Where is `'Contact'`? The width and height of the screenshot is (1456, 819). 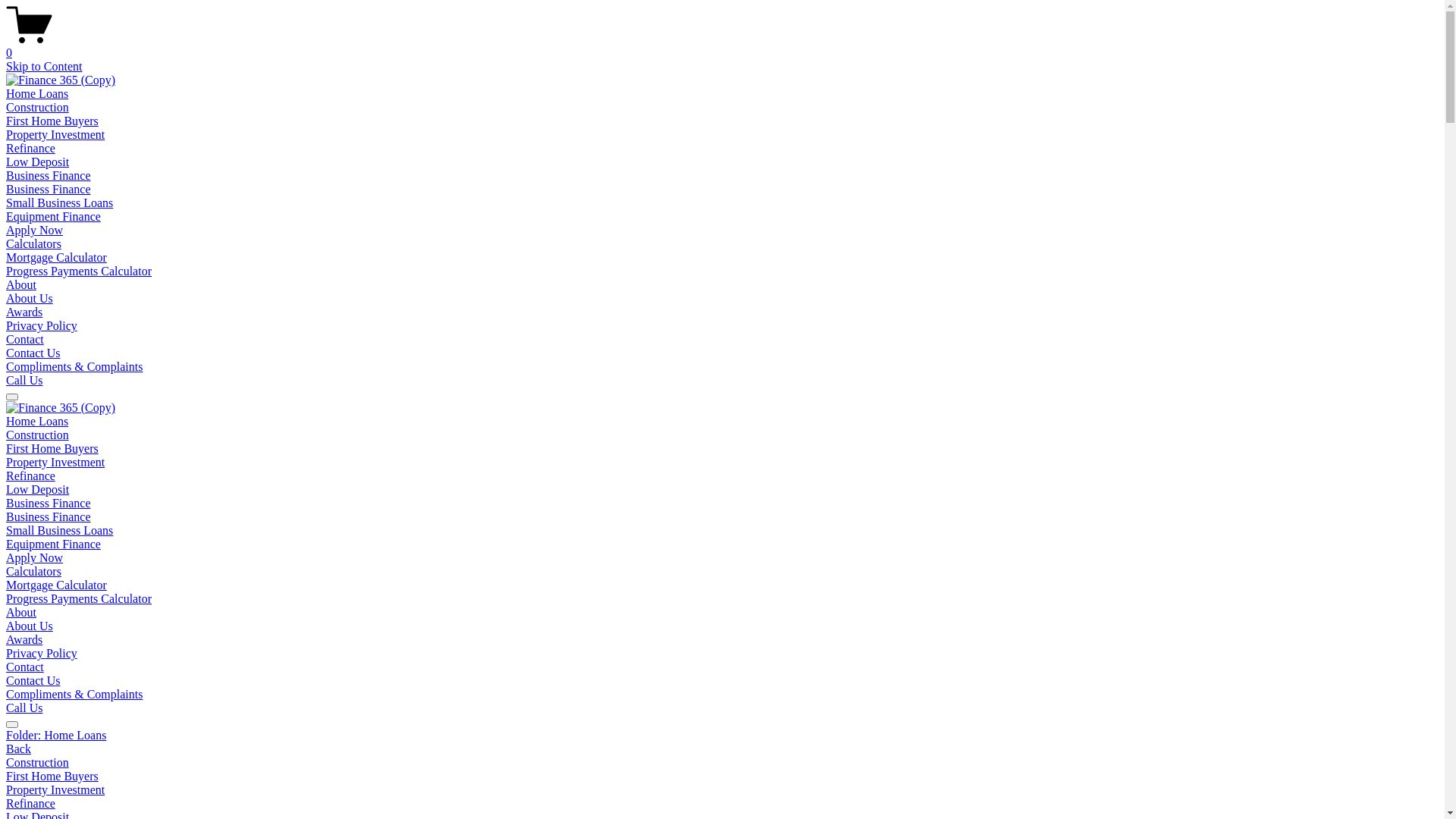
'Contact' is located at coordinates (25, 338).